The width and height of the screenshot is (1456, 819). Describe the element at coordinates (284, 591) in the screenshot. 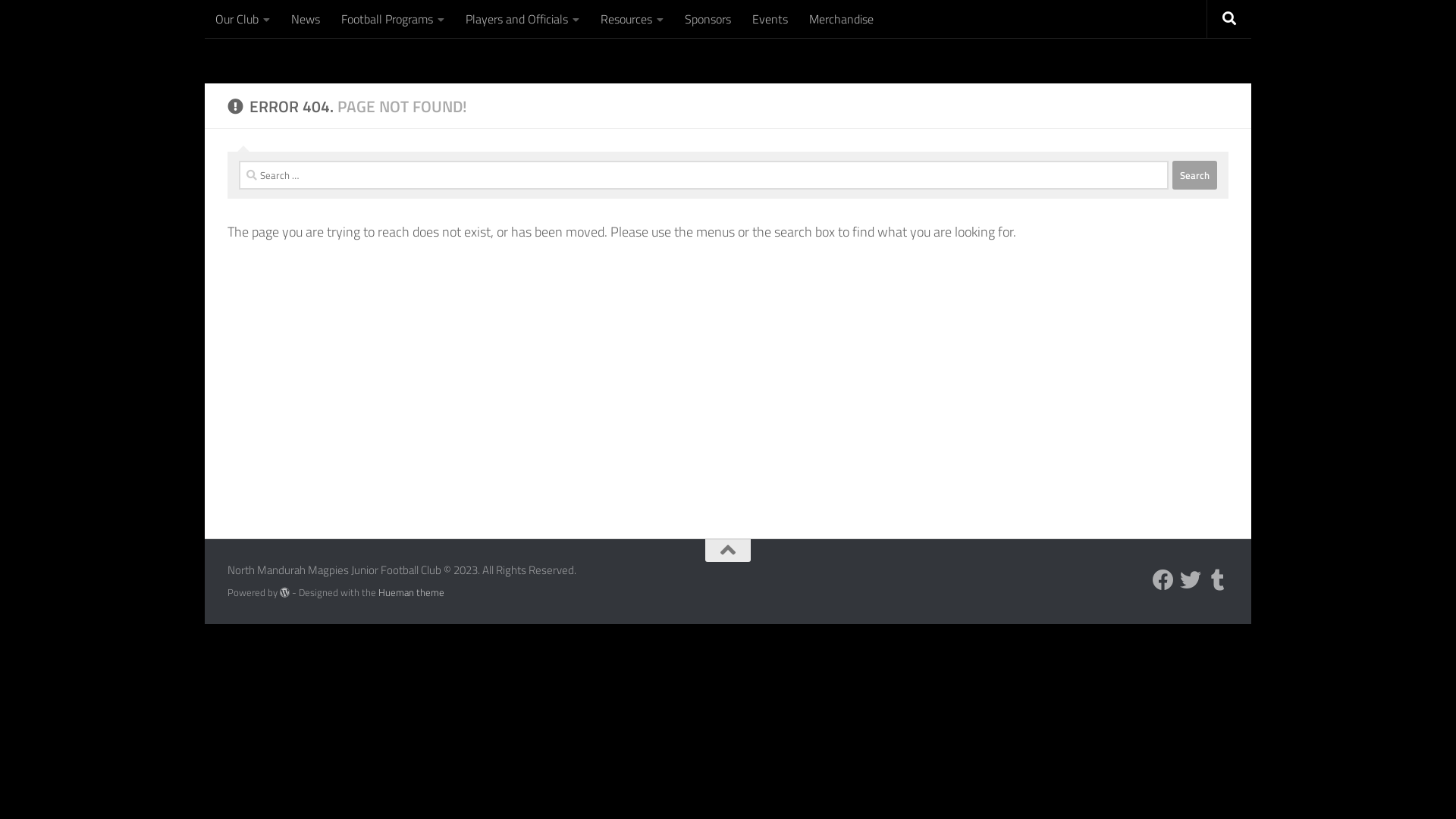

I see `'Powered by WordPress'` at that location.